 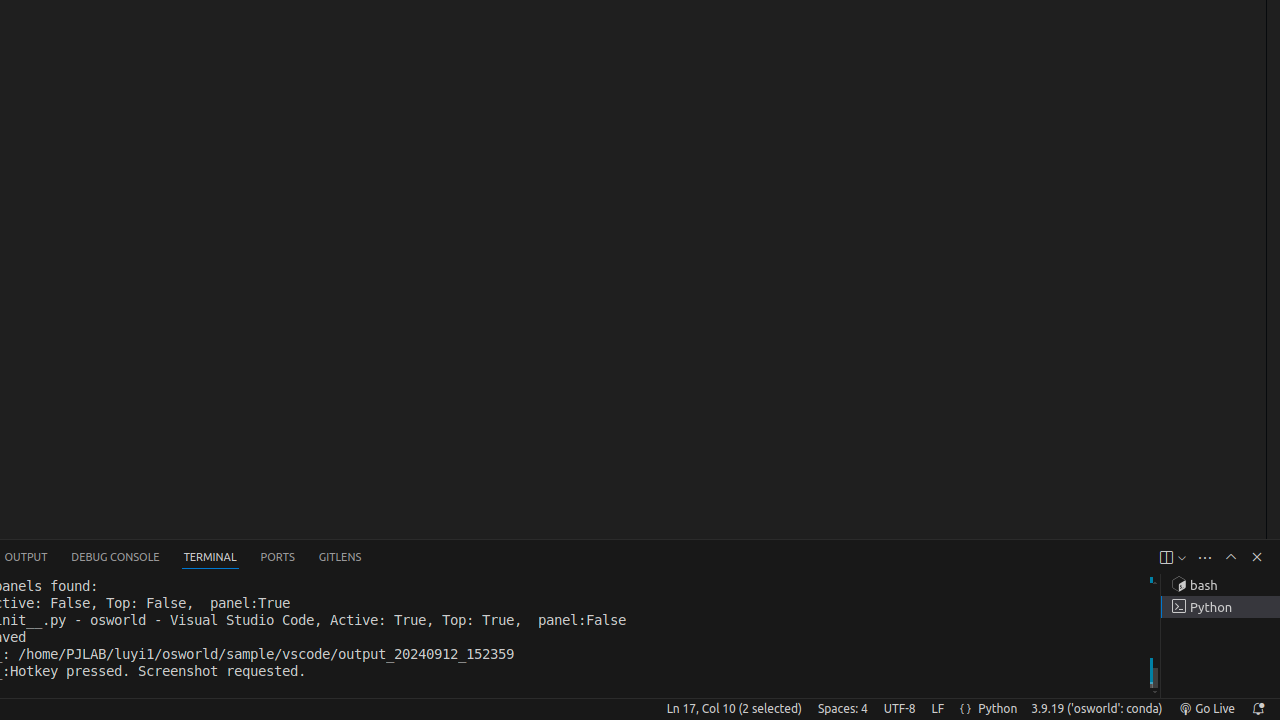 I want to click on 'Spaces: 4', so click(x=842, y=707).